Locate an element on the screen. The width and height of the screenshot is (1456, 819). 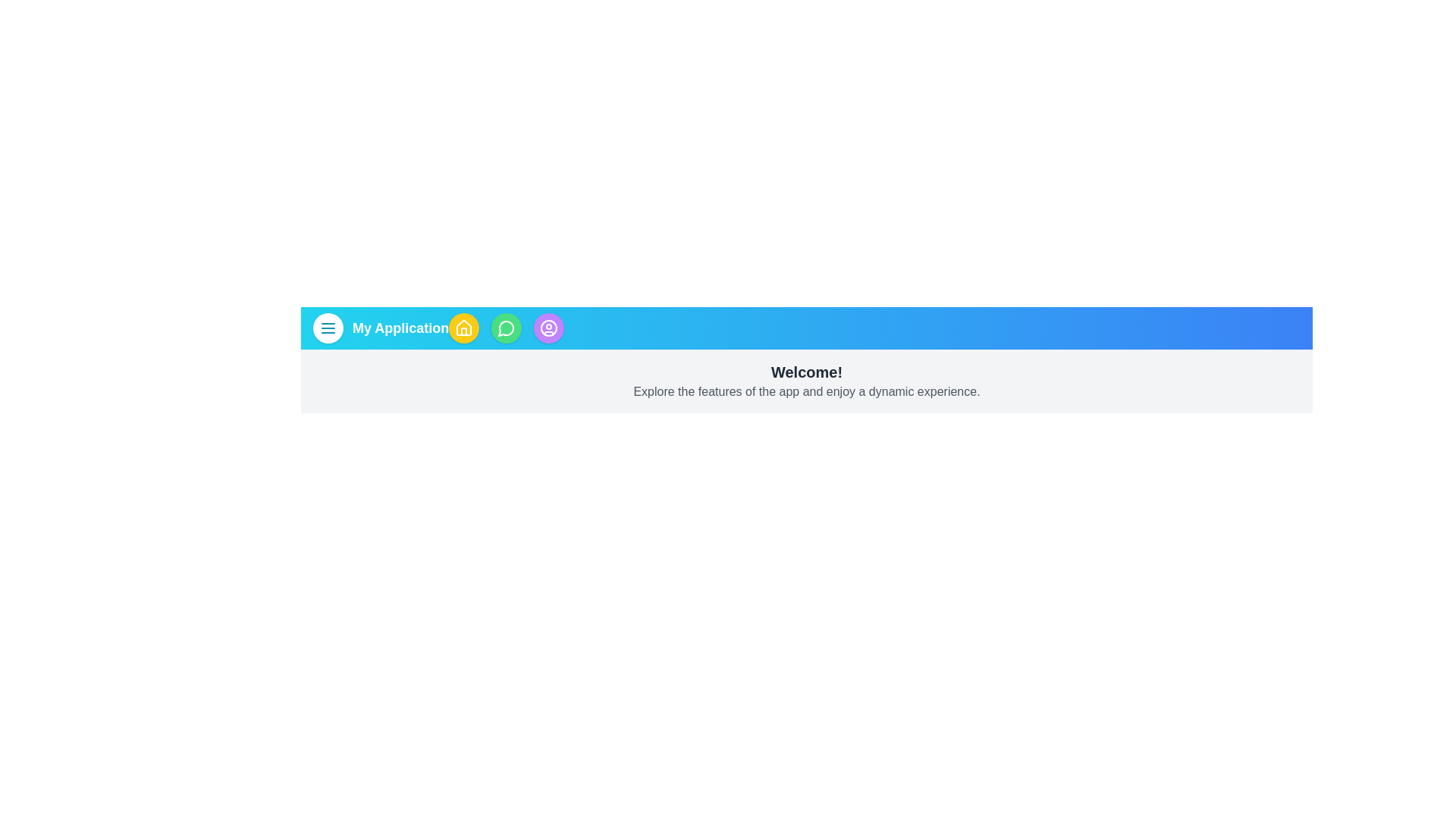
the home button to navigate to the home page is located at coordinates (463, 327).